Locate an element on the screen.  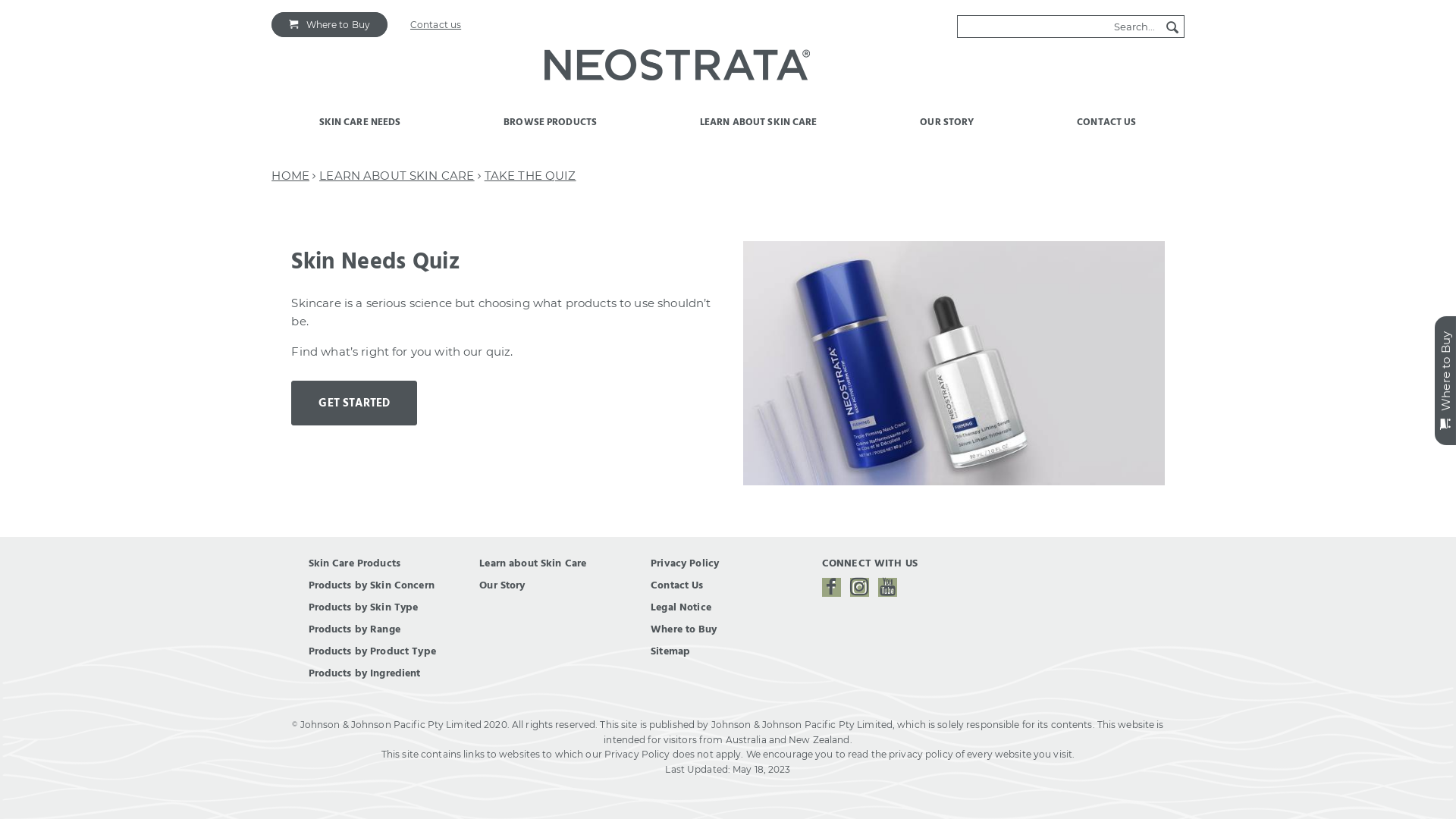
'Learn about Skin Care' is located at coordinates (532, 563).